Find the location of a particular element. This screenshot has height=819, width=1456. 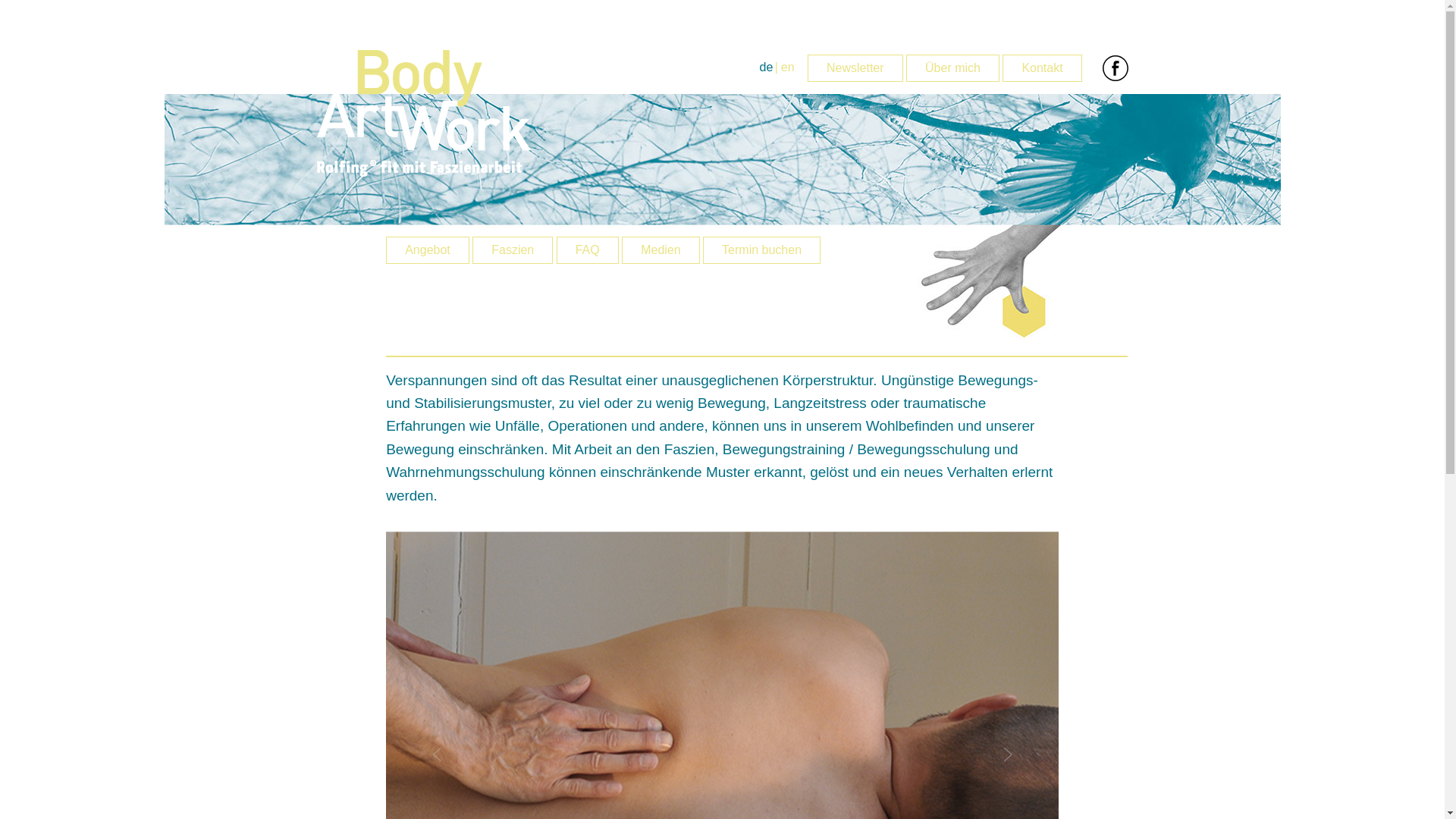

'FAQ' is located at coordinates (586, 249).